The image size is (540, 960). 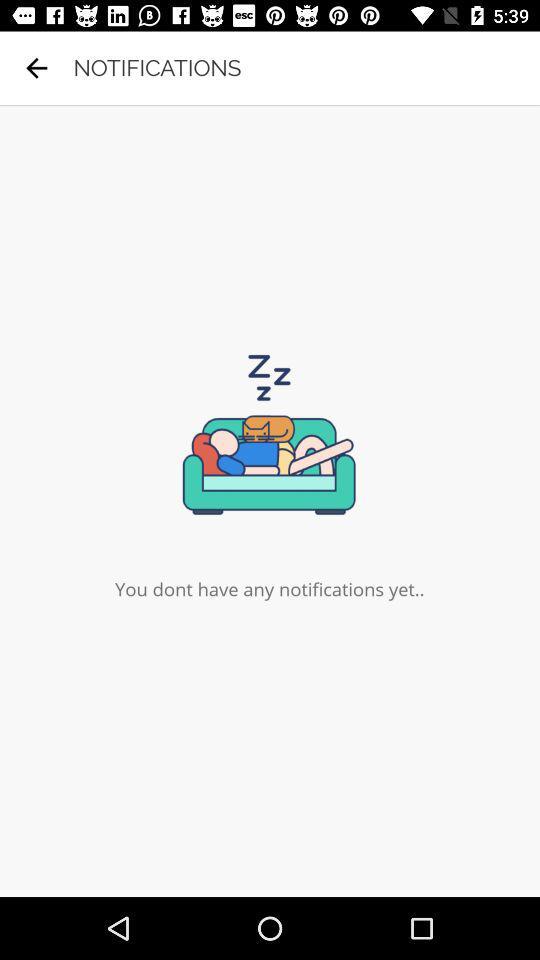 I want to click on icon to the left of notifications, so click(x=36, y=68).